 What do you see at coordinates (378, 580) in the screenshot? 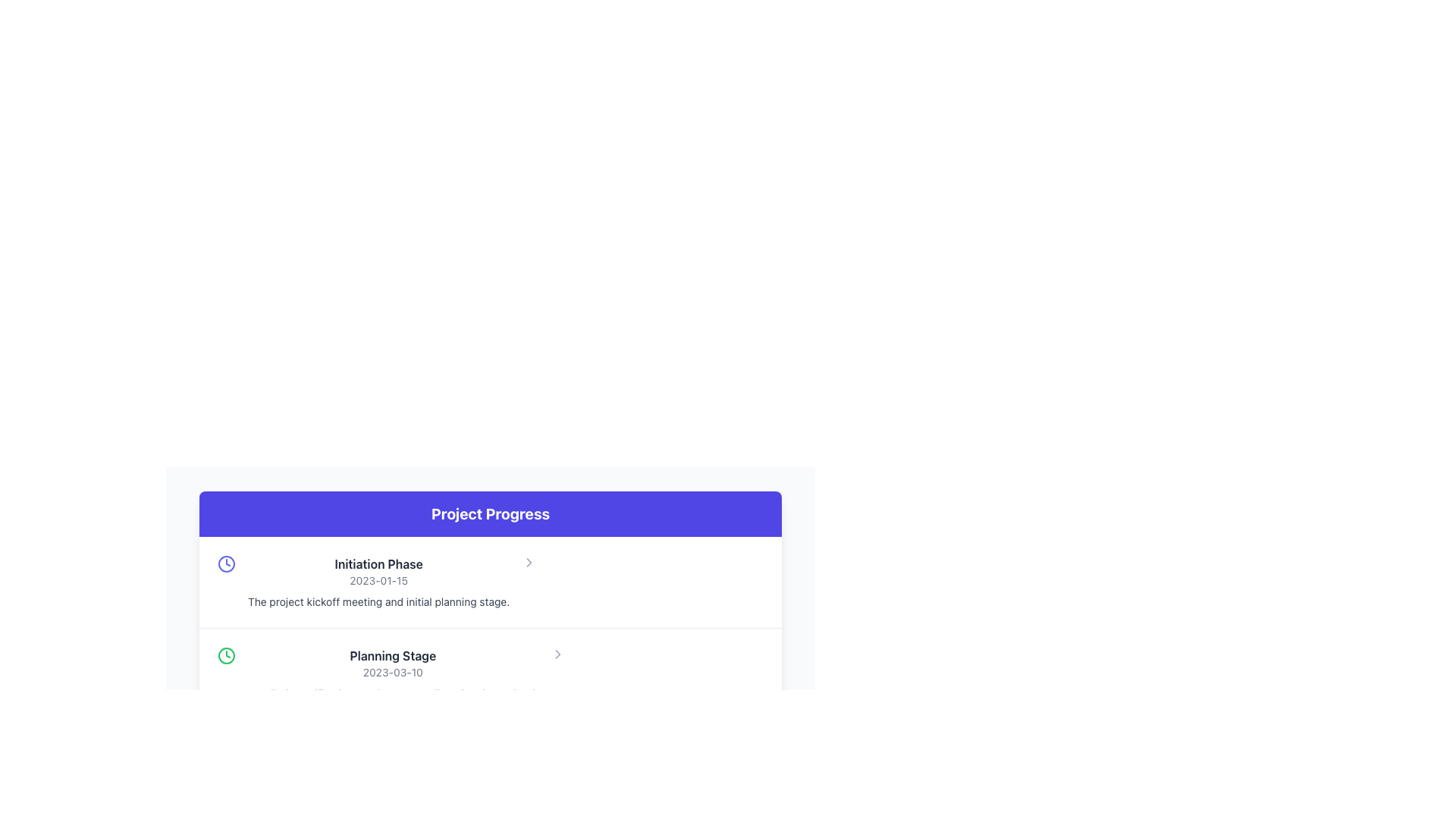
I see `the text label displaying the date '2023-01-15', which is styled in a smaller, gray font and positioned below the bold heading 'Initiation Phase'` at bounding box center [378, 580].